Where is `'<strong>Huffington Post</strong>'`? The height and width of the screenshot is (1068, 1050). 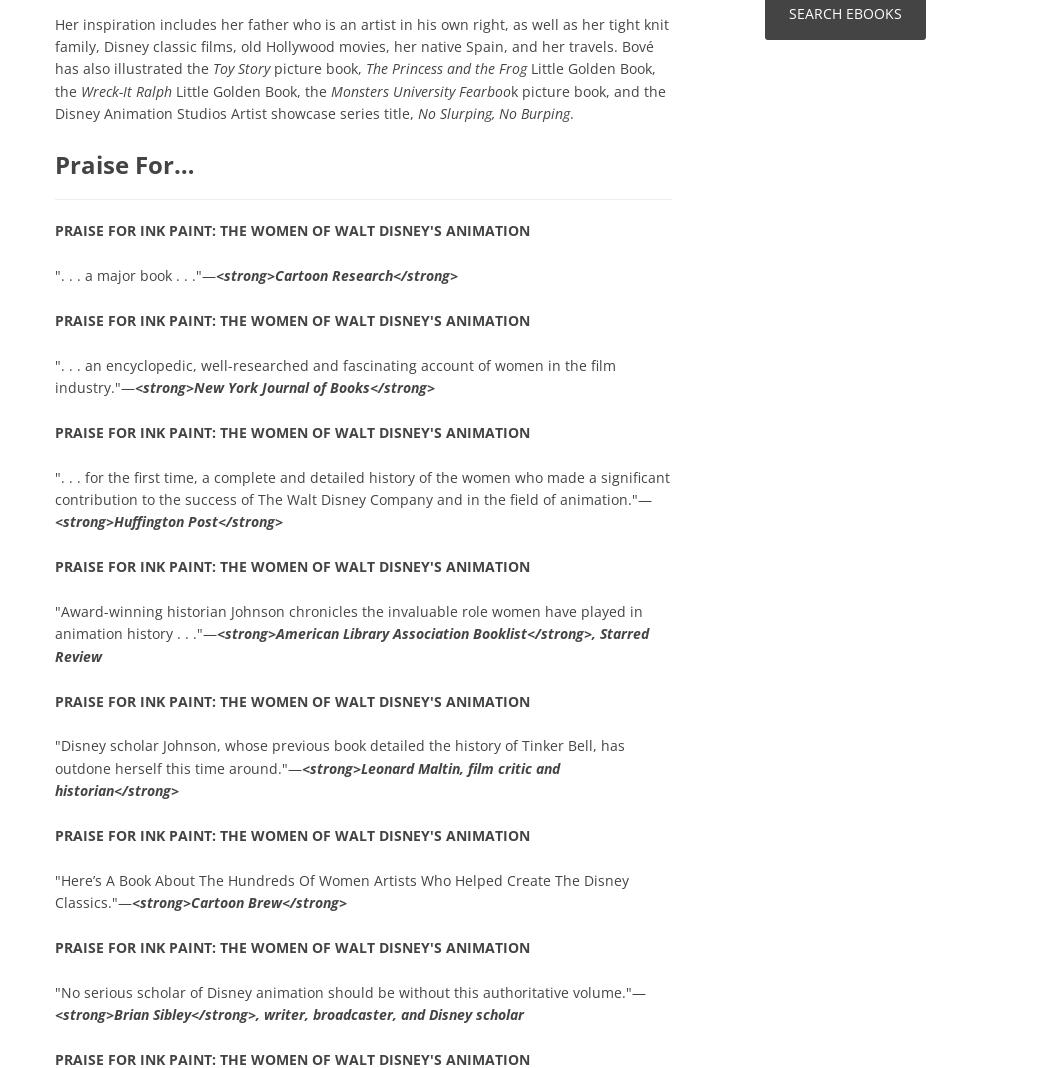
'<strong>Huffington Post</strong>' is located at coordinates (54, 521).